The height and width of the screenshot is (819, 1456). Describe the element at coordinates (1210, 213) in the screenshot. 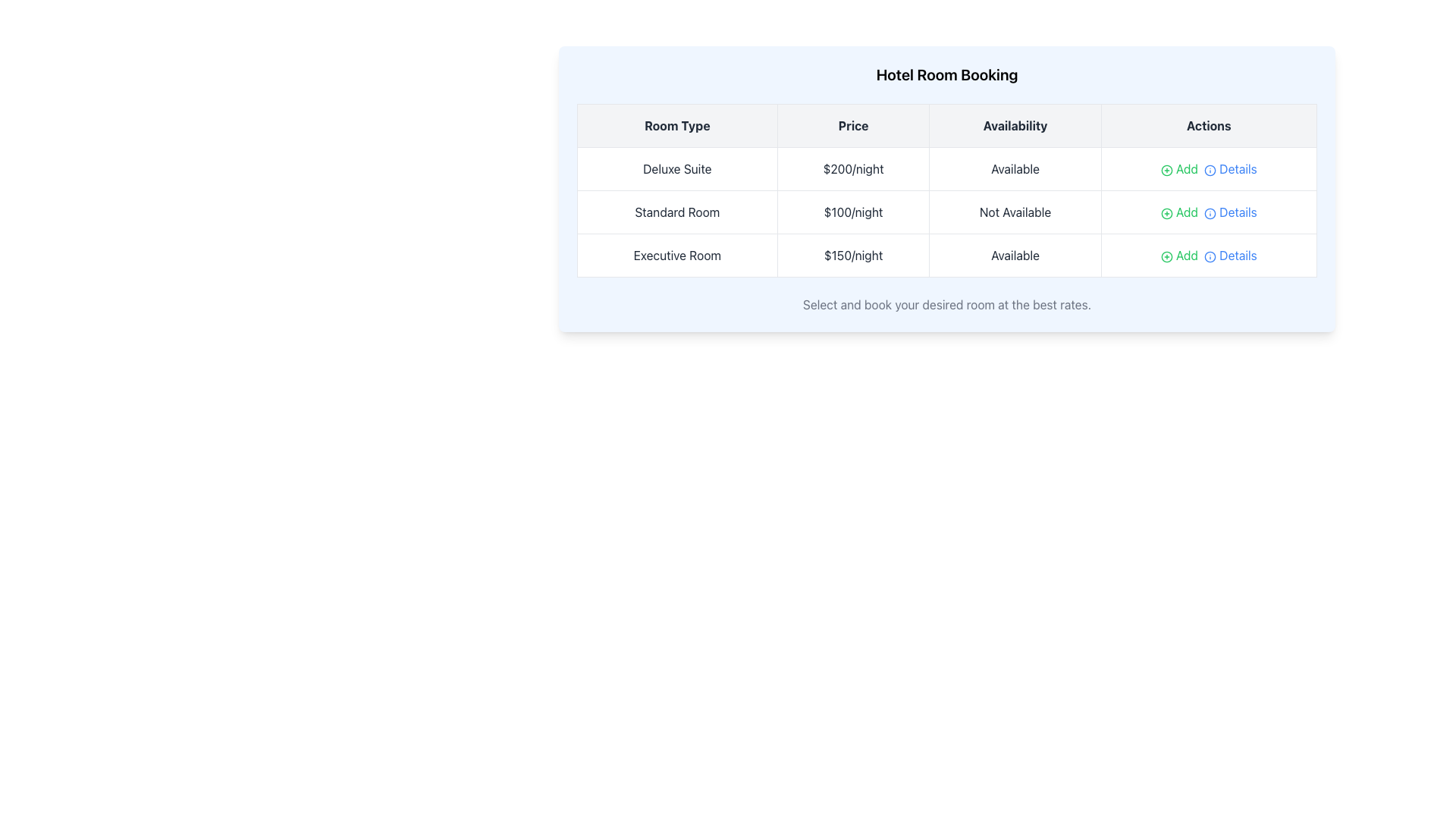

I see `the information icon located in the second row of the 'Actions' column, next to the 'Details' link` at that location.